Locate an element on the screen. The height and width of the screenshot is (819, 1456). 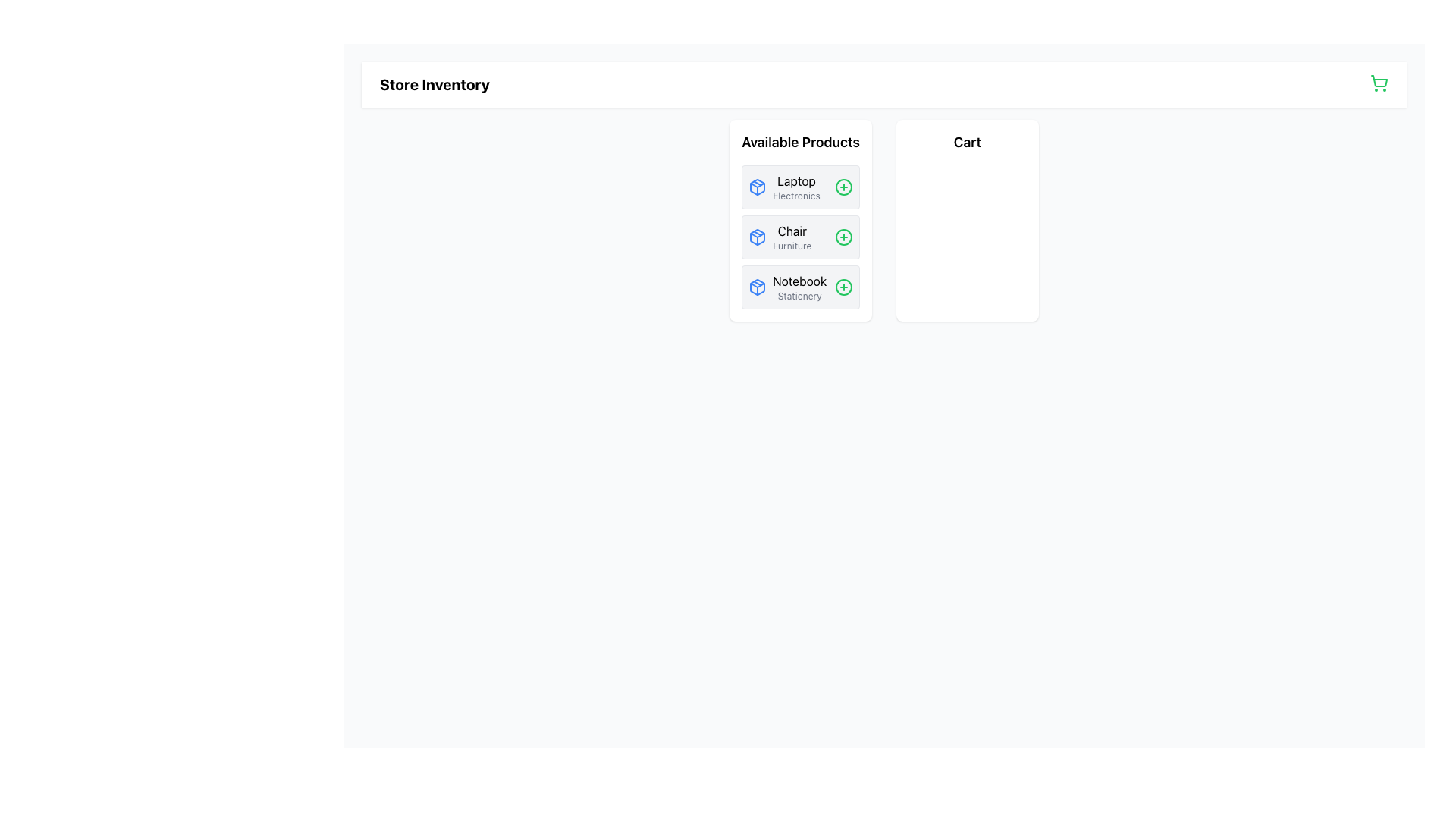
the 'Notebook' text label, which is the first line of the third product card in the 'Available Products' section is located at coordinates (799, 281).